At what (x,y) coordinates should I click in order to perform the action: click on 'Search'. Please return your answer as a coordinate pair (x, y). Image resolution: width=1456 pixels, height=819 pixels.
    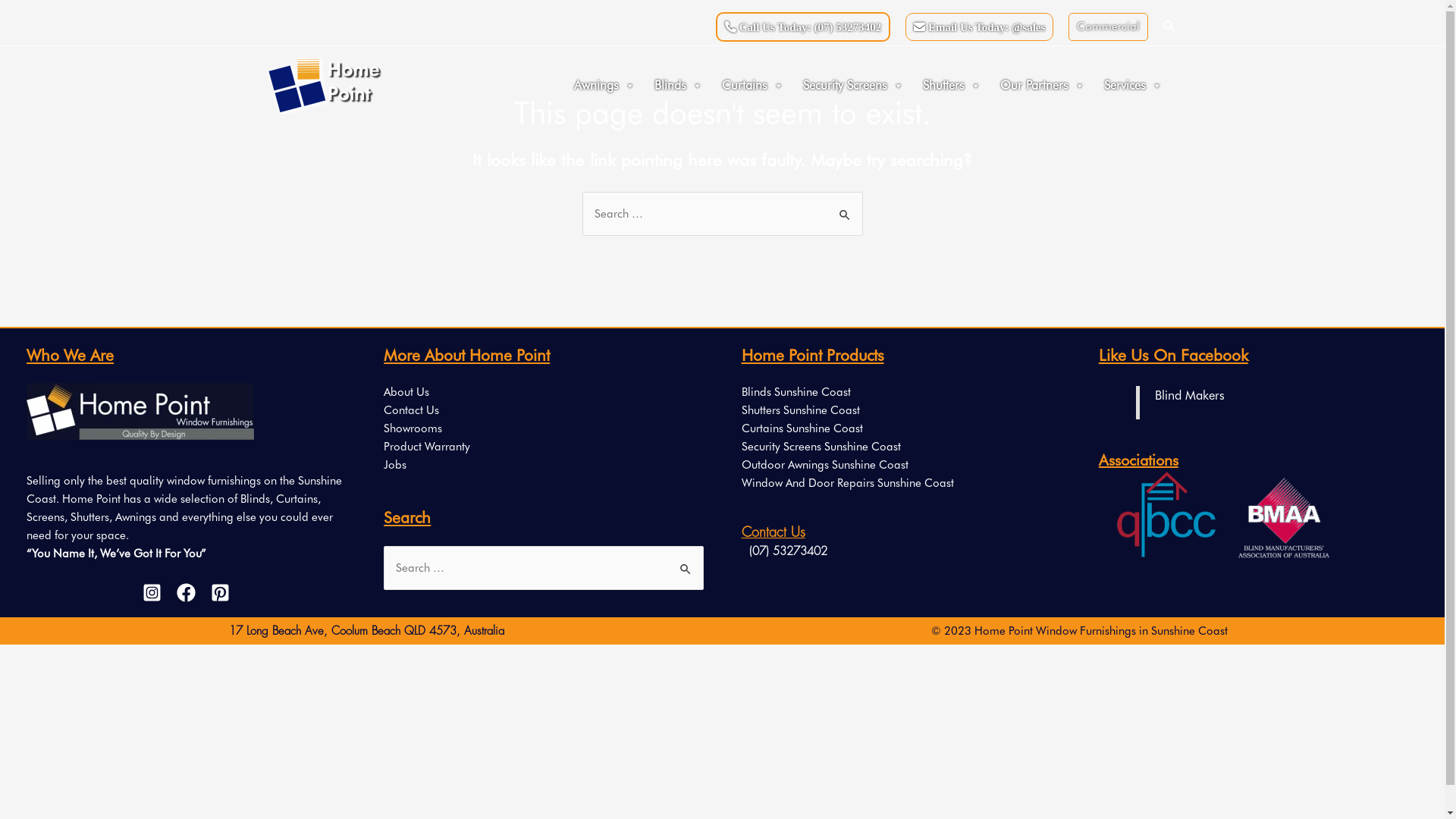
    Looking at the image, I should click on (844, 206).